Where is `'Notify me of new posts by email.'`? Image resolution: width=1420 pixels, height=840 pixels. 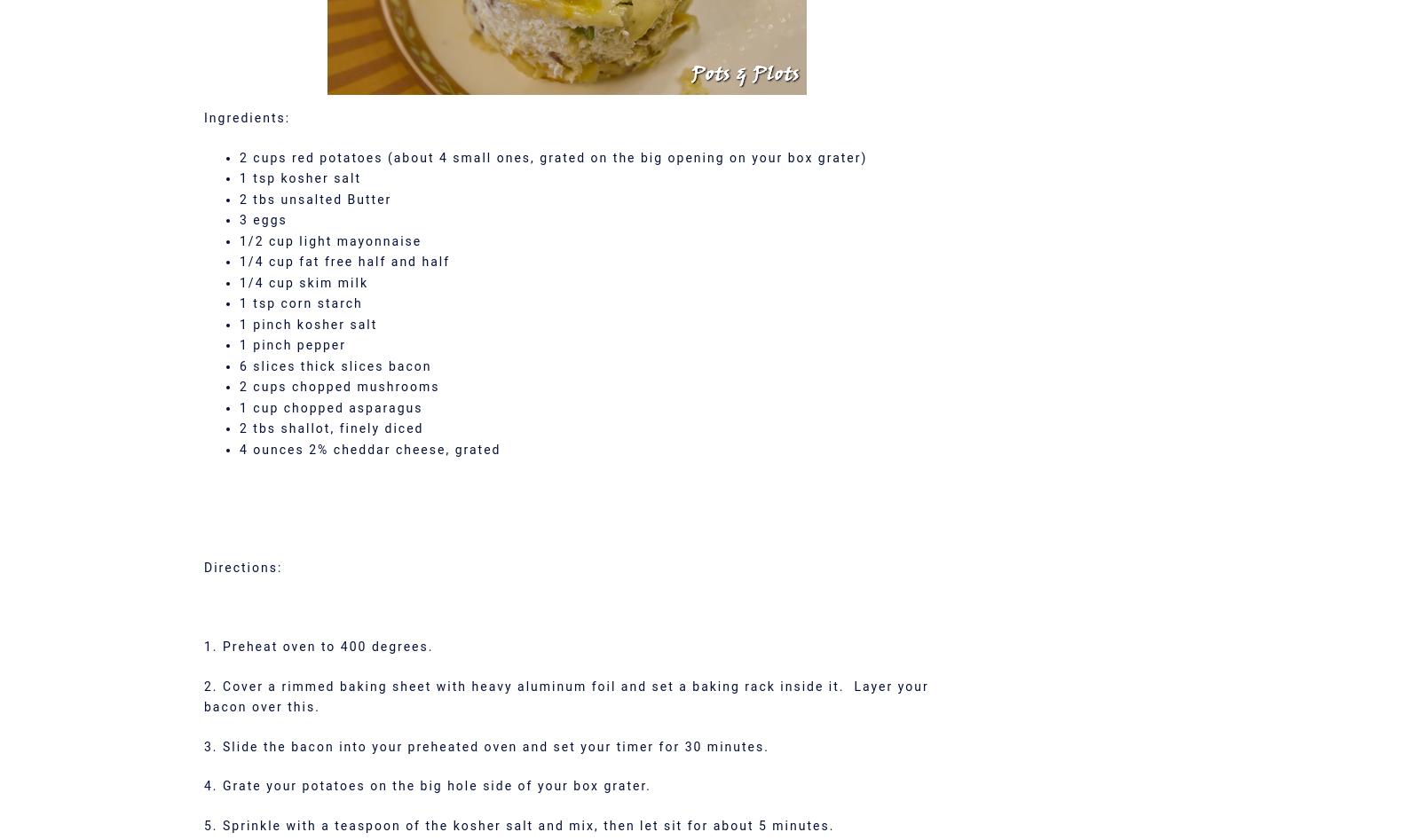 'Notify me of new posts by email.' is located at coordinates (373, 12).